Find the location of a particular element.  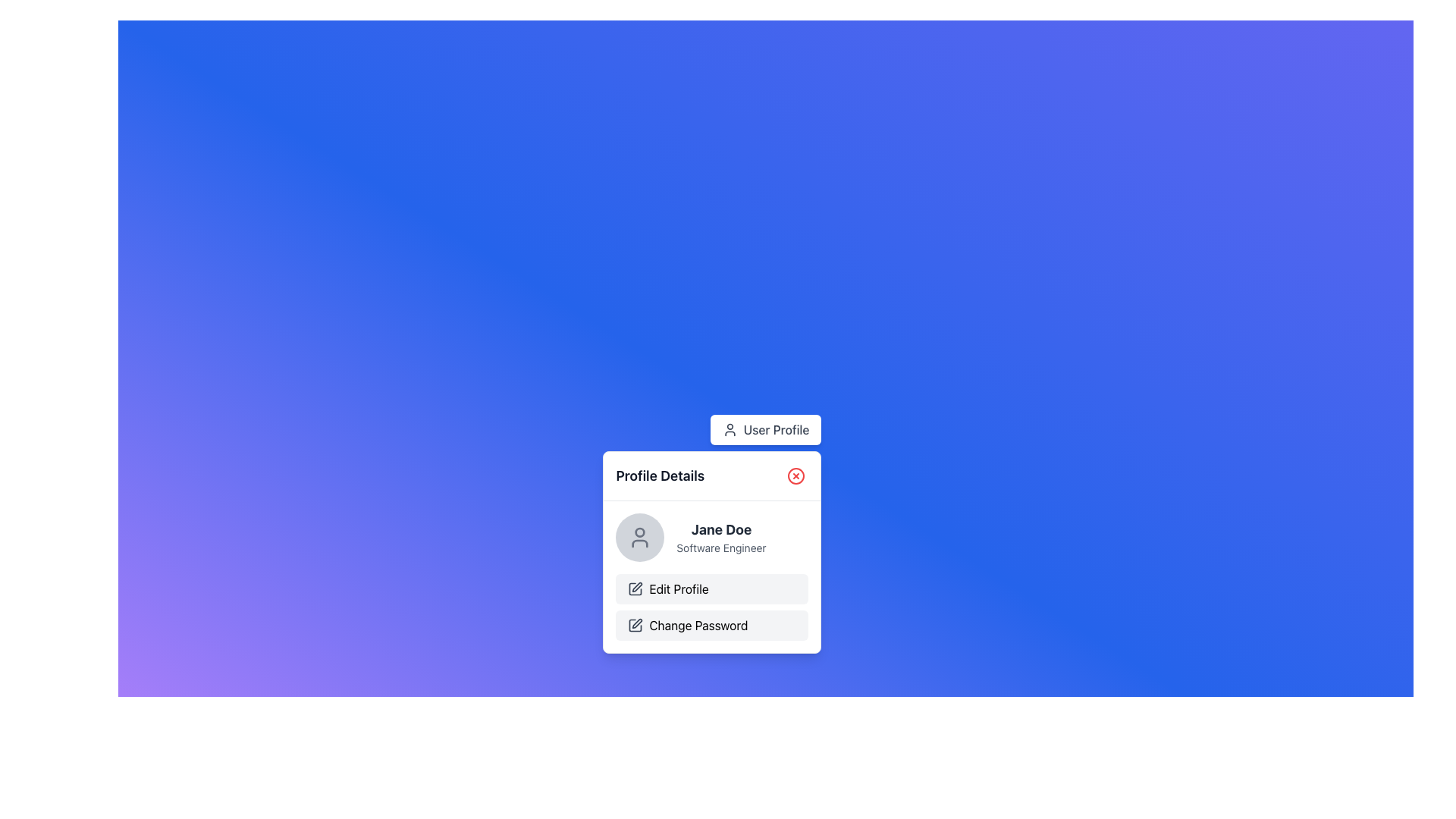

the upper circular section of the user profile icon, which represents the head portion in a minimalistic human figure depiction is located at coordinates (640, 532).